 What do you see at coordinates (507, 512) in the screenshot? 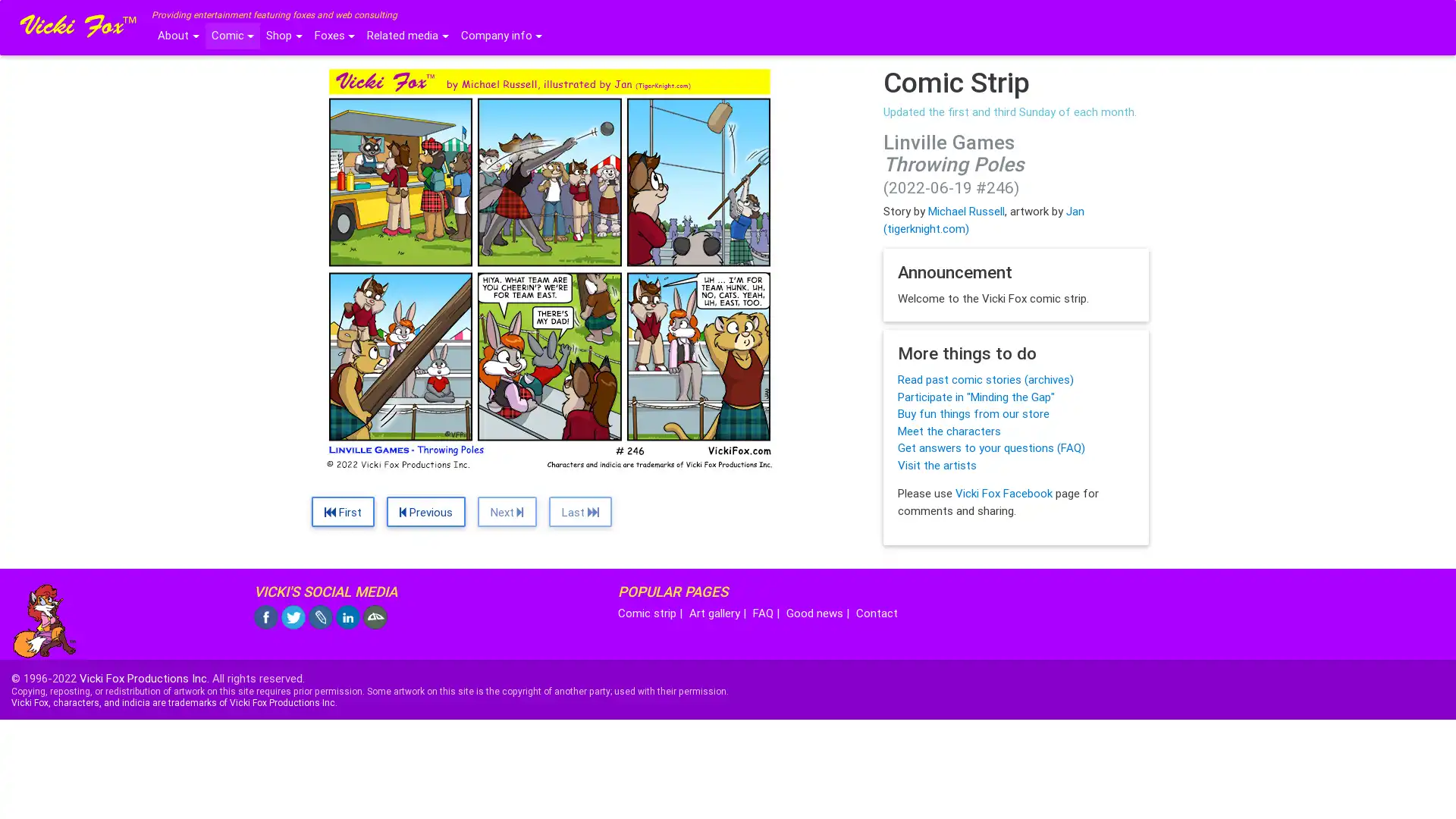
I see `Next` at bounding box center [507, 512].